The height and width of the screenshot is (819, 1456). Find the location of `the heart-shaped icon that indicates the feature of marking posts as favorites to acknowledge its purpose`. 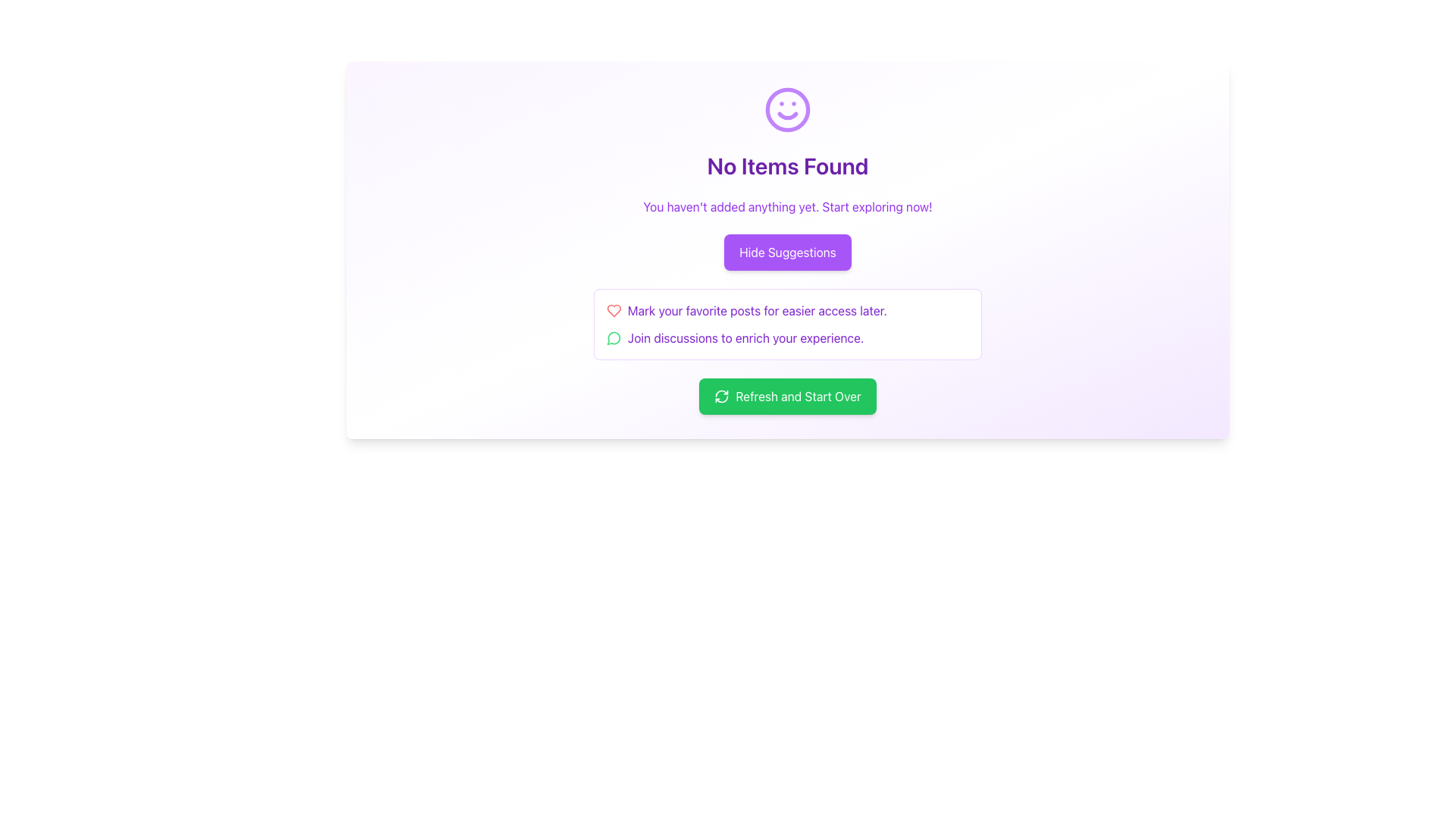

the heart-shaped icon that indicates the feature of marking posts as favorites to acknowledge its purpose is located at coordinates (614, 309).